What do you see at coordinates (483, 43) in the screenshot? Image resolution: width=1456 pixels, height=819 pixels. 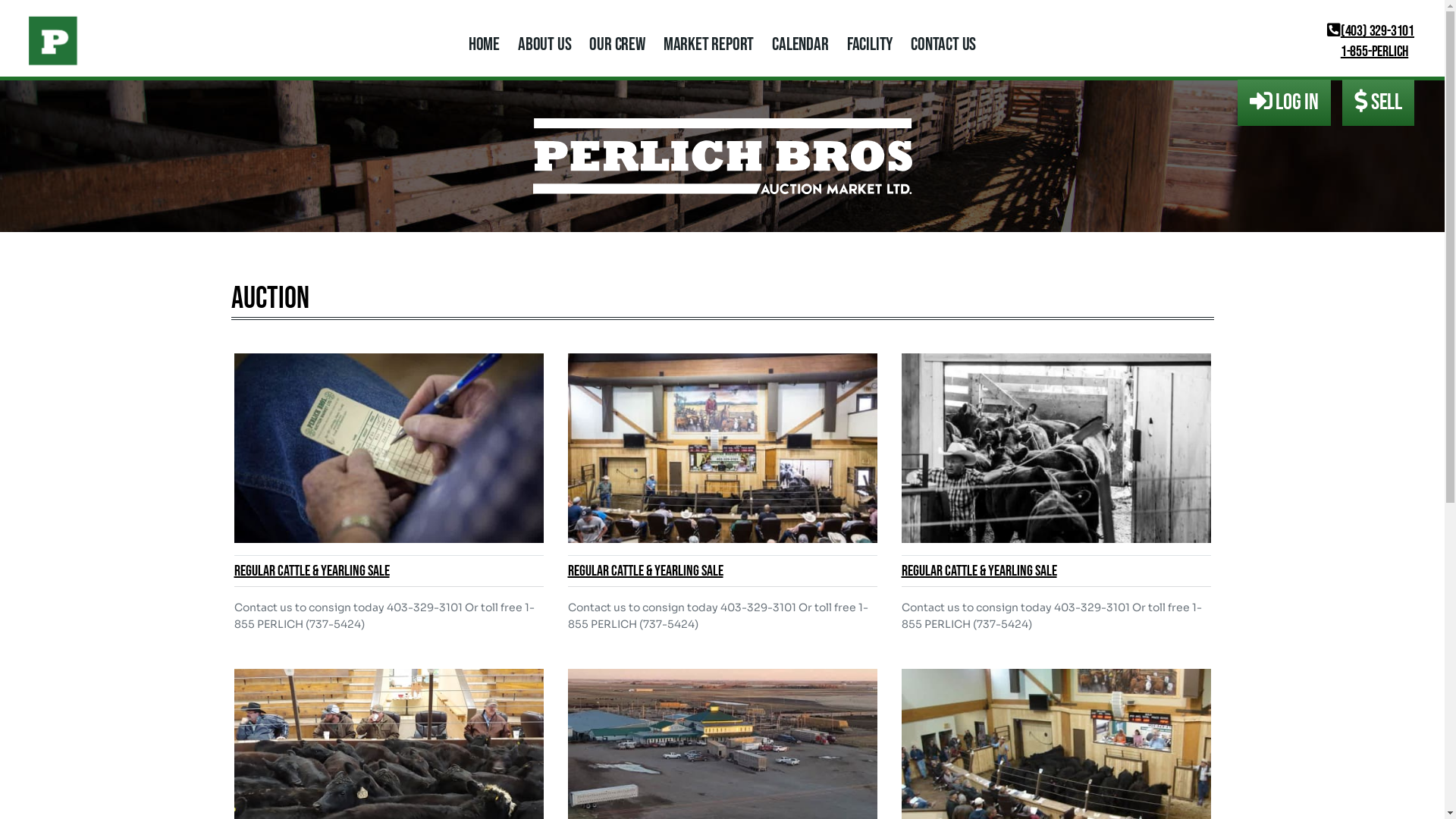 I see `'HOME'` at bounding box center [483, 43].